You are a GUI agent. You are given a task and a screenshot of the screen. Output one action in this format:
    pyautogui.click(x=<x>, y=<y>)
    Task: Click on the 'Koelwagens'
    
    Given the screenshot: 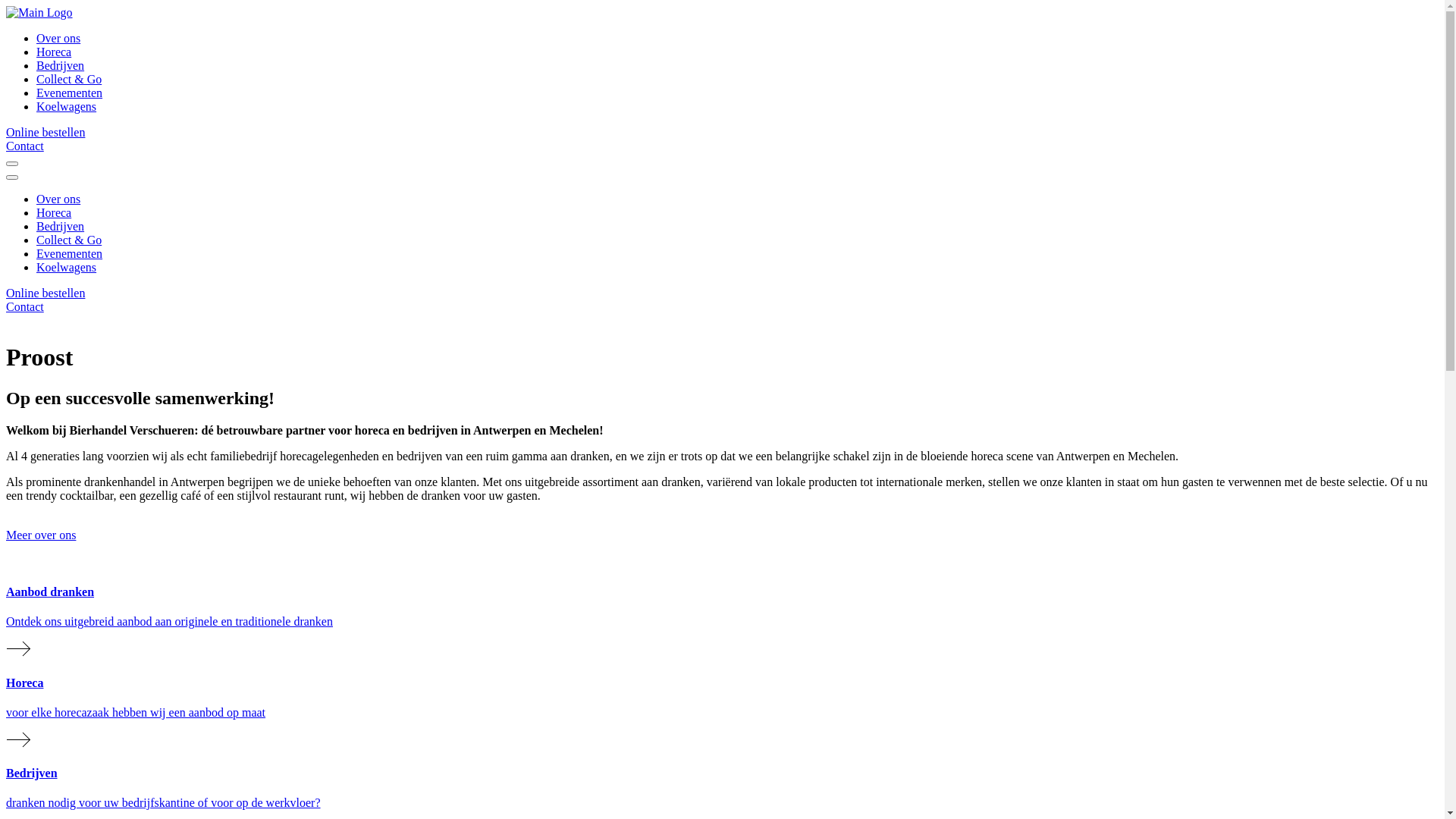 What is the action you would take?
    pyautogui.click(x=65, y=105)
    